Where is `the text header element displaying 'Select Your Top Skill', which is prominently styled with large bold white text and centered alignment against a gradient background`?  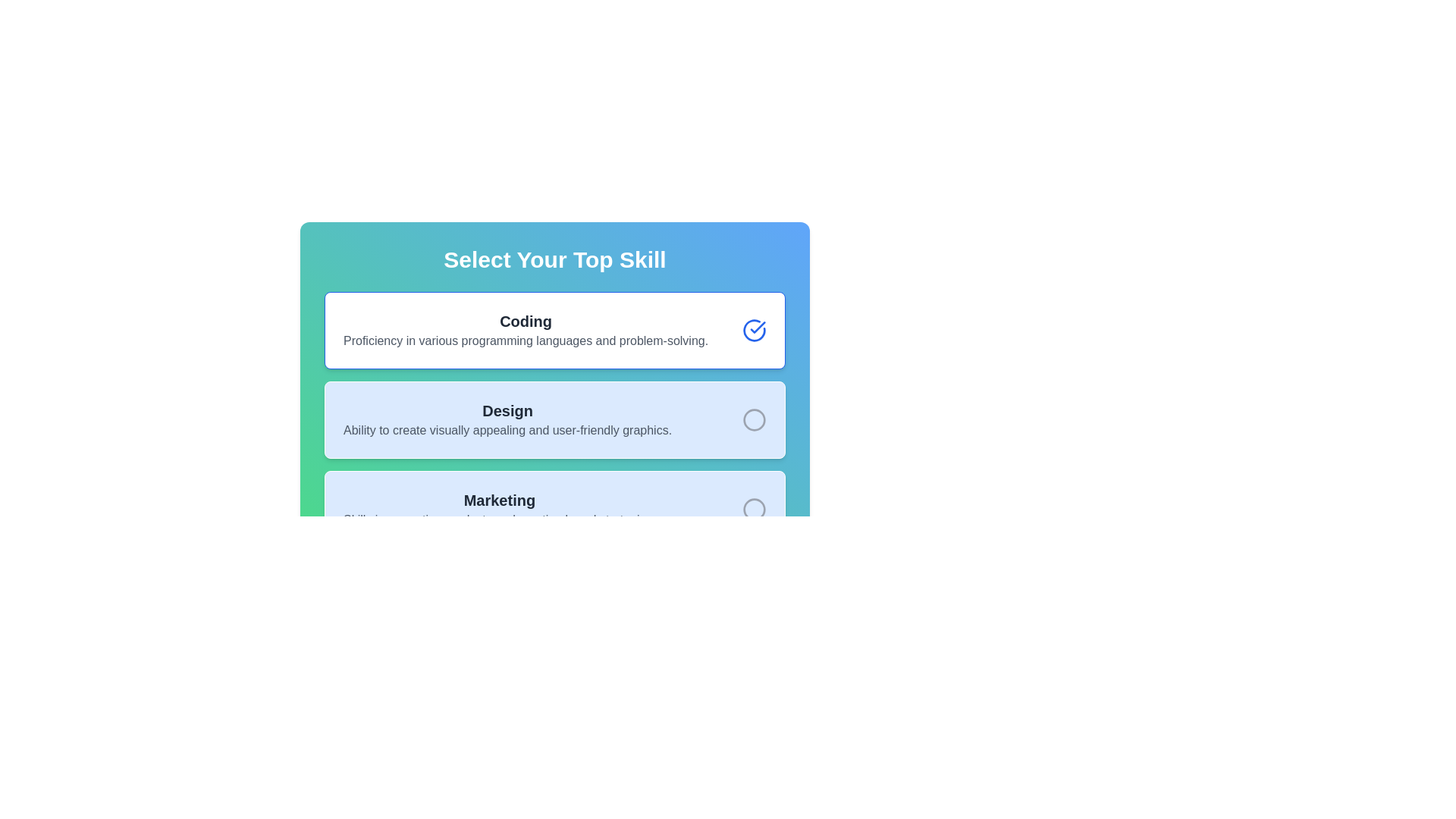
the text header element displaying 'Select Your Top Skill', which is prominently styled with large bold white text and centered alignment against a gradient background is located at coordinates (554, 259).